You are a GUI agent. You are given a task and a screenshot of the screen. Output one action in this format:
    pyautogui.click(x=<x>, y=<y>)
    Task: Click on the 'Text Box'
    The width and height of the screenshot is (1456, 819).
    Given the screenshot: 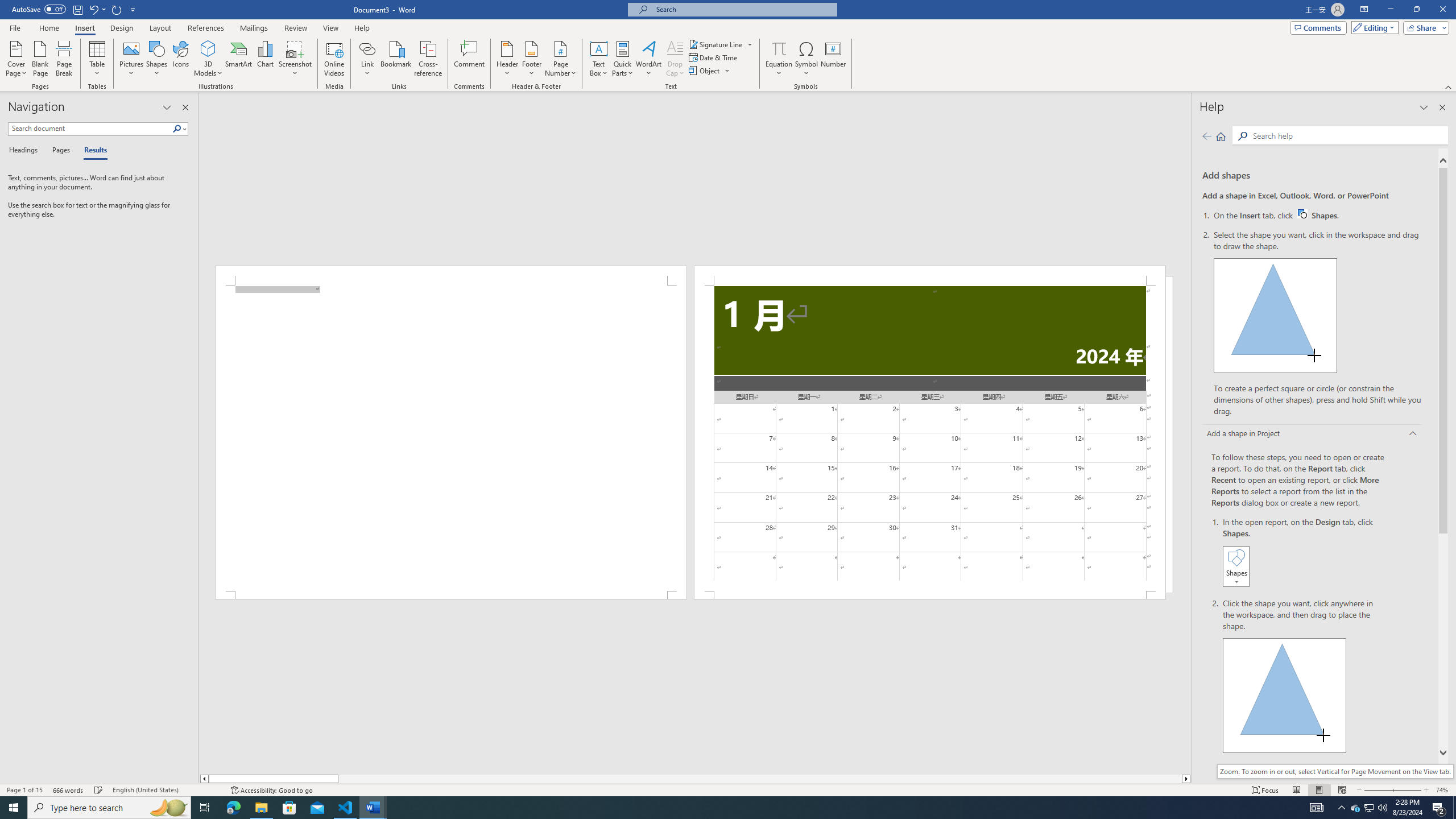 What is the action you would take?
    pyautogui.click(x=598, y=59)
    